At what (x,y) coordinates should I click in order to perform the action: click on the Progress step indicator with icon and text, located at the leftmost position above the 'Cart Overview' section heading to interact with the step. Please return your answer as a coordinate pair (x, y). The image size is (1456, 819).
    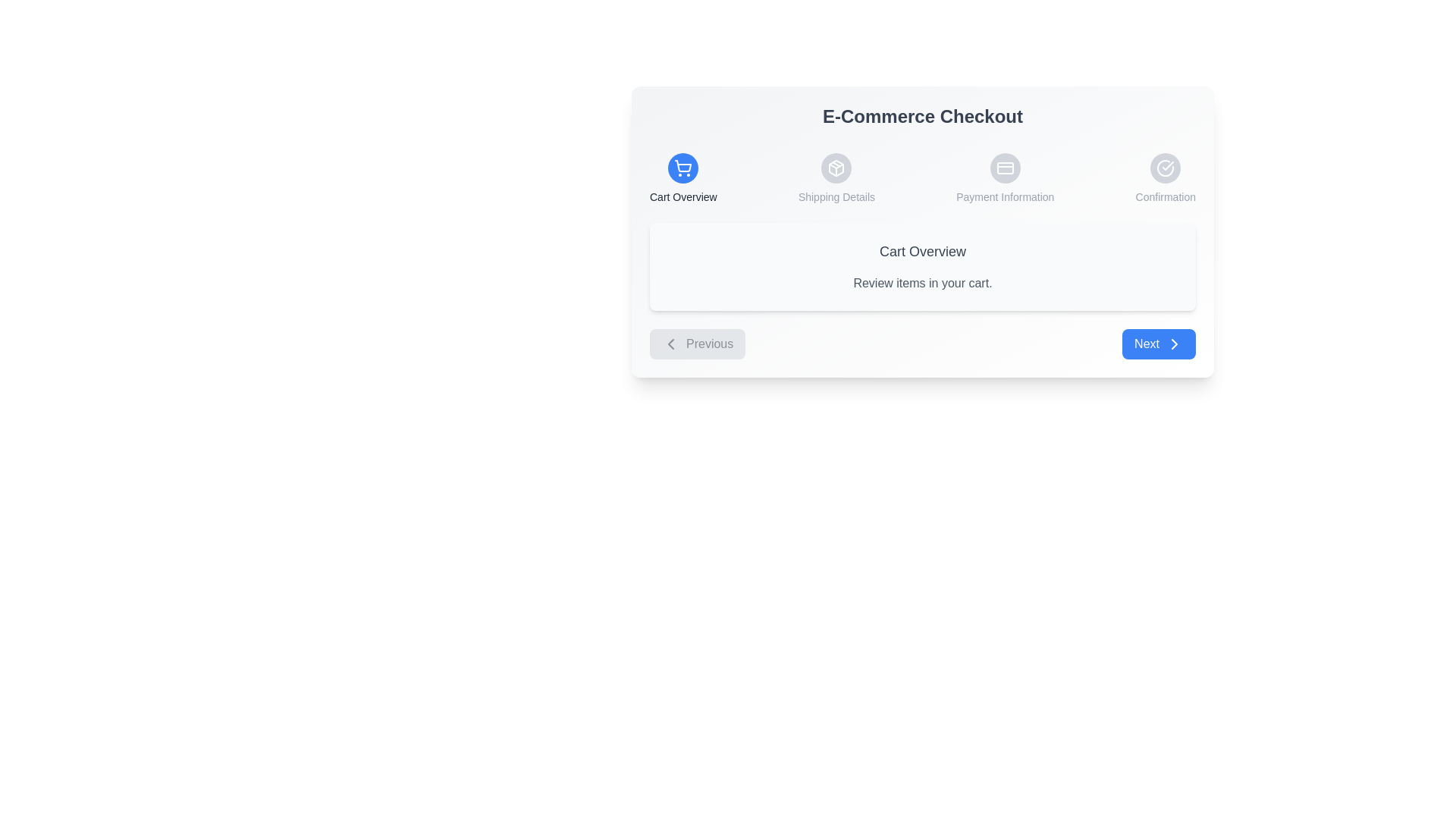
    Looking at the image, I should click on (682, 177).